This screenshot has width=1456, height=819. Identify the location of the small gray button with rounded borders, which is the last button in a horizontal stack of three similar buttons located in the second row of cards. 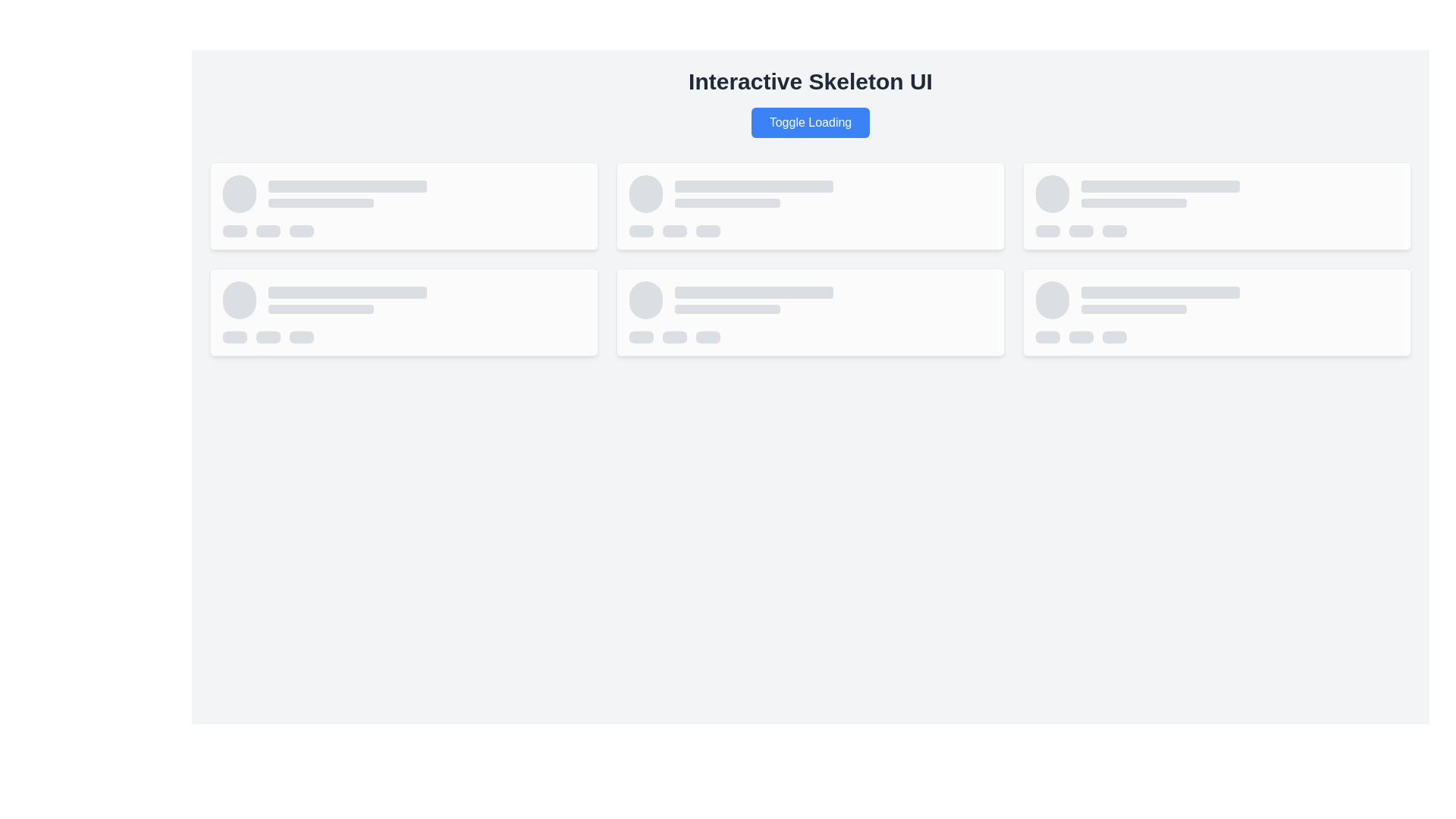
(302, 231).